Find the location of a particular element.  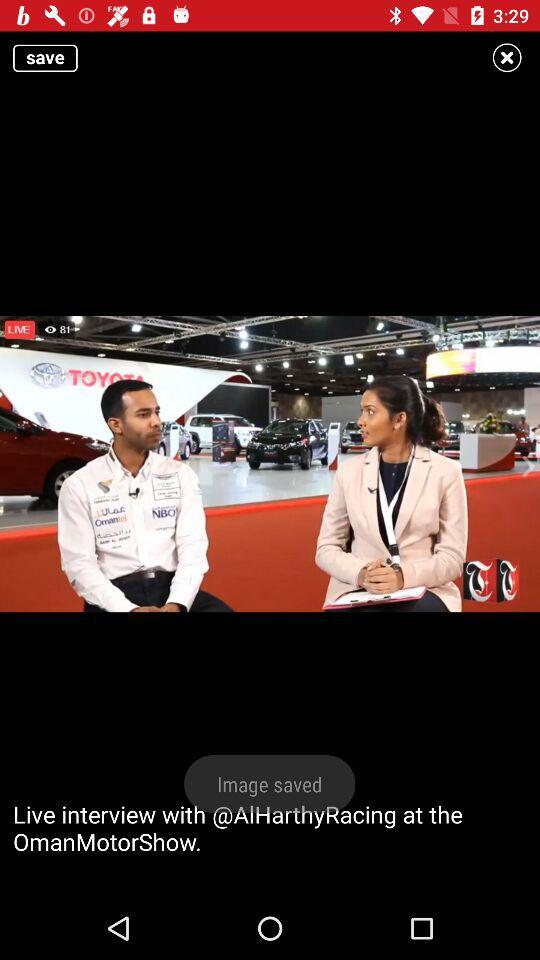

the close icon is located at coordinates (498, 62).